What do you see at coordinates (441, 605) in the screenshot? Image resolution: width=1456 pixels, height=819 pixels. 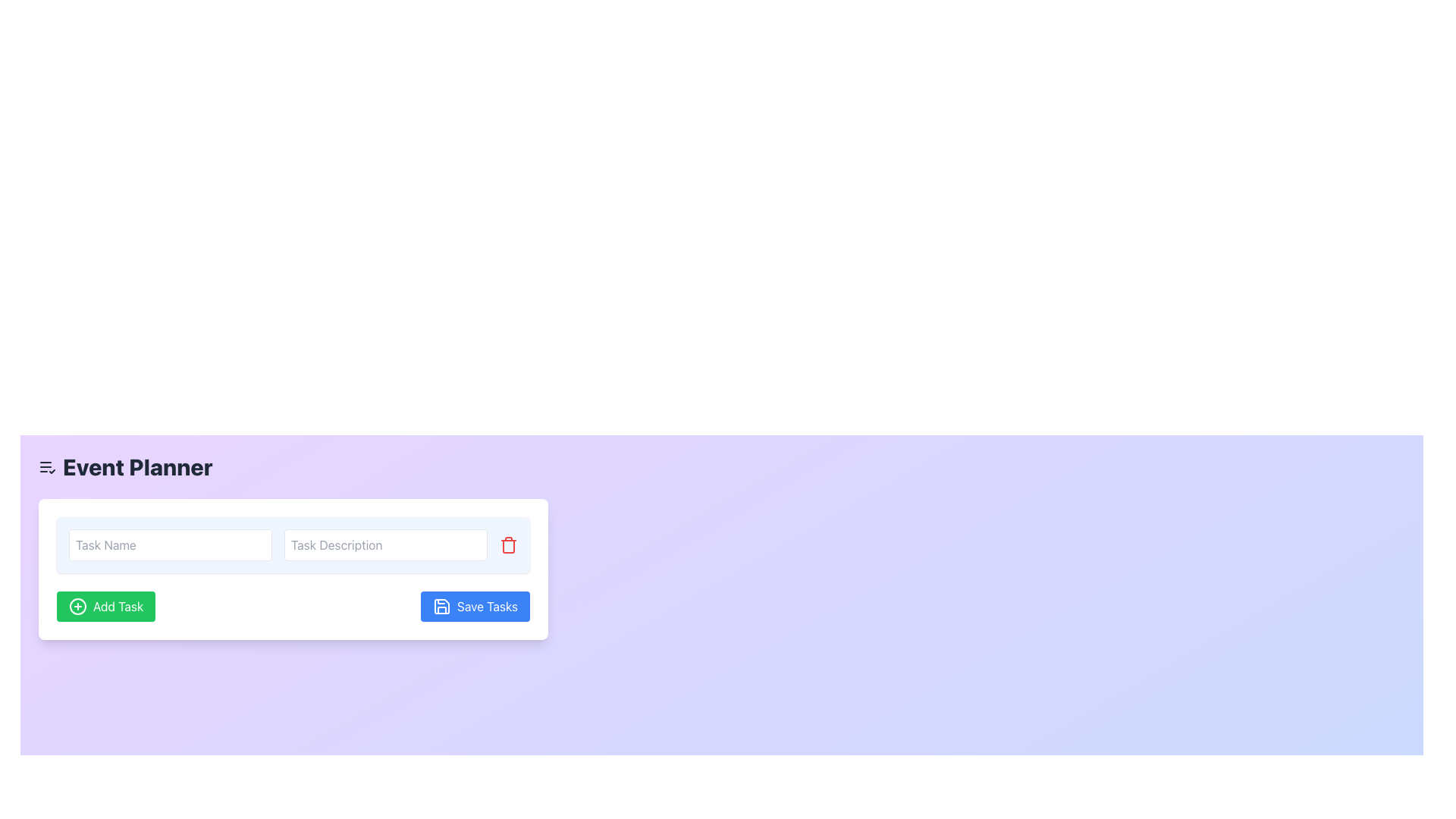 I see `the decorative icon within the blue 'Save Tasks' button located on the right side of the task management component` at bounding box center [441, 605].